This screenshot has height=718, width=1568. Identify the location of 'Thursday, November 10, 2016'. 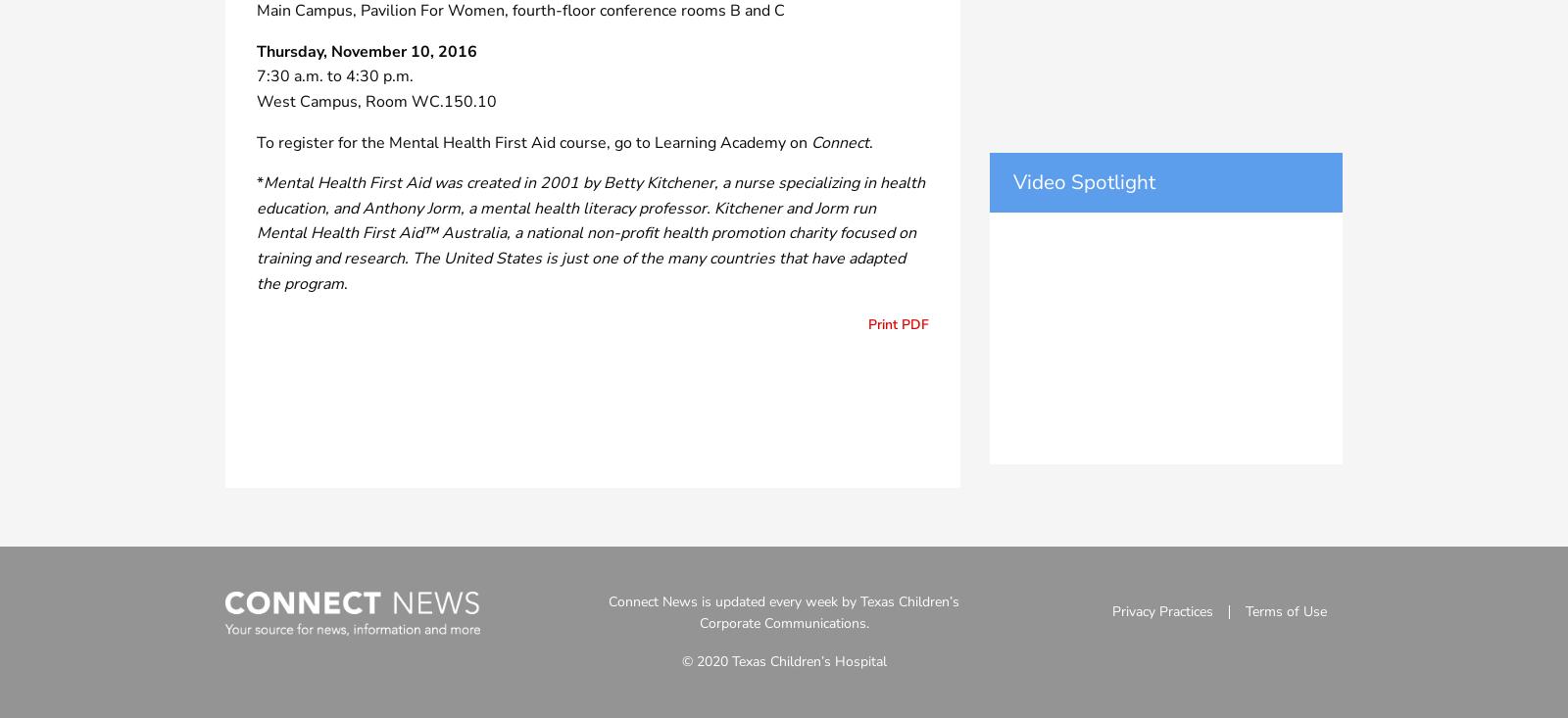
(367, 49).